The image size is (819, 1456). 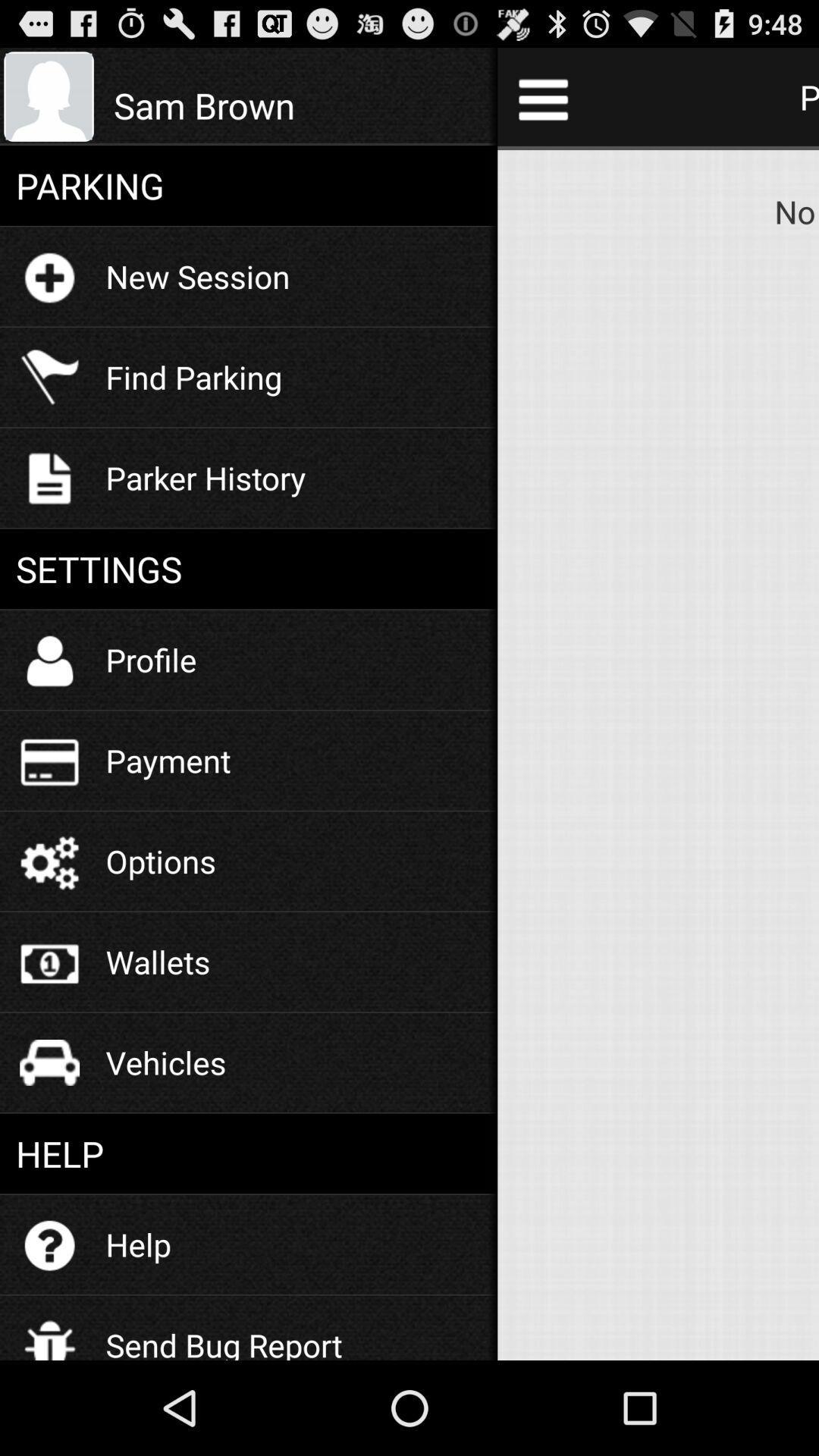 What do you see at coordinates (197, 276) in the screenshot?
I see `the icon below the parking item` at bounding box center [197, 276].